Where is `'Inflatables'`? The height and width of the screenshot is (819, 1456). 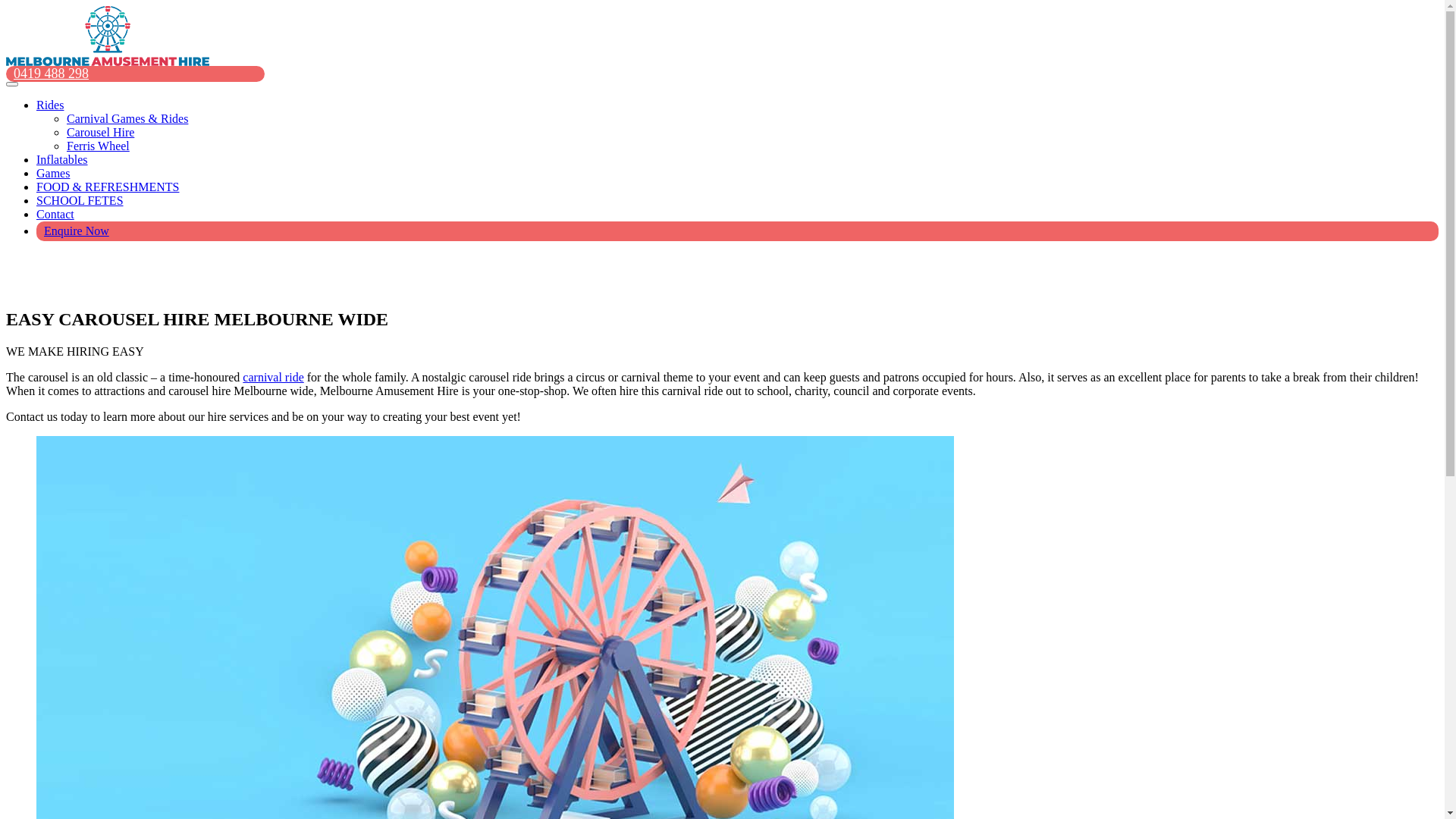
'Inflatables' is located at coordinates (61, 159).